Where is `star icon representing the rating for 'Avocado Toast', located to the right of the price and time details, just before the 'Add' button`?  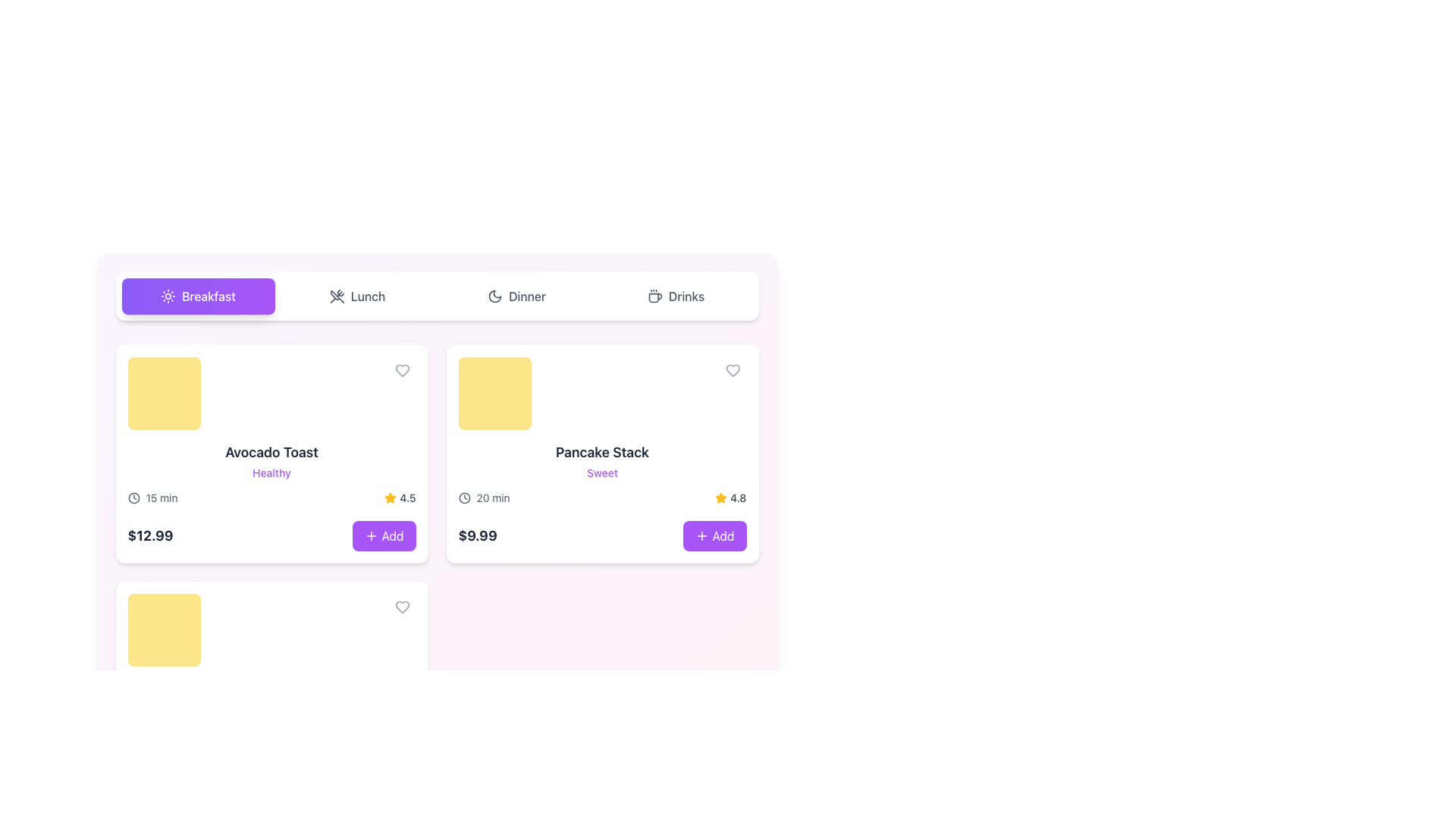 star icon representing the rating for 'Avocado Toast', located to the right of the price and time details, just before the 'Add' button is located at coordinates (391, 497).